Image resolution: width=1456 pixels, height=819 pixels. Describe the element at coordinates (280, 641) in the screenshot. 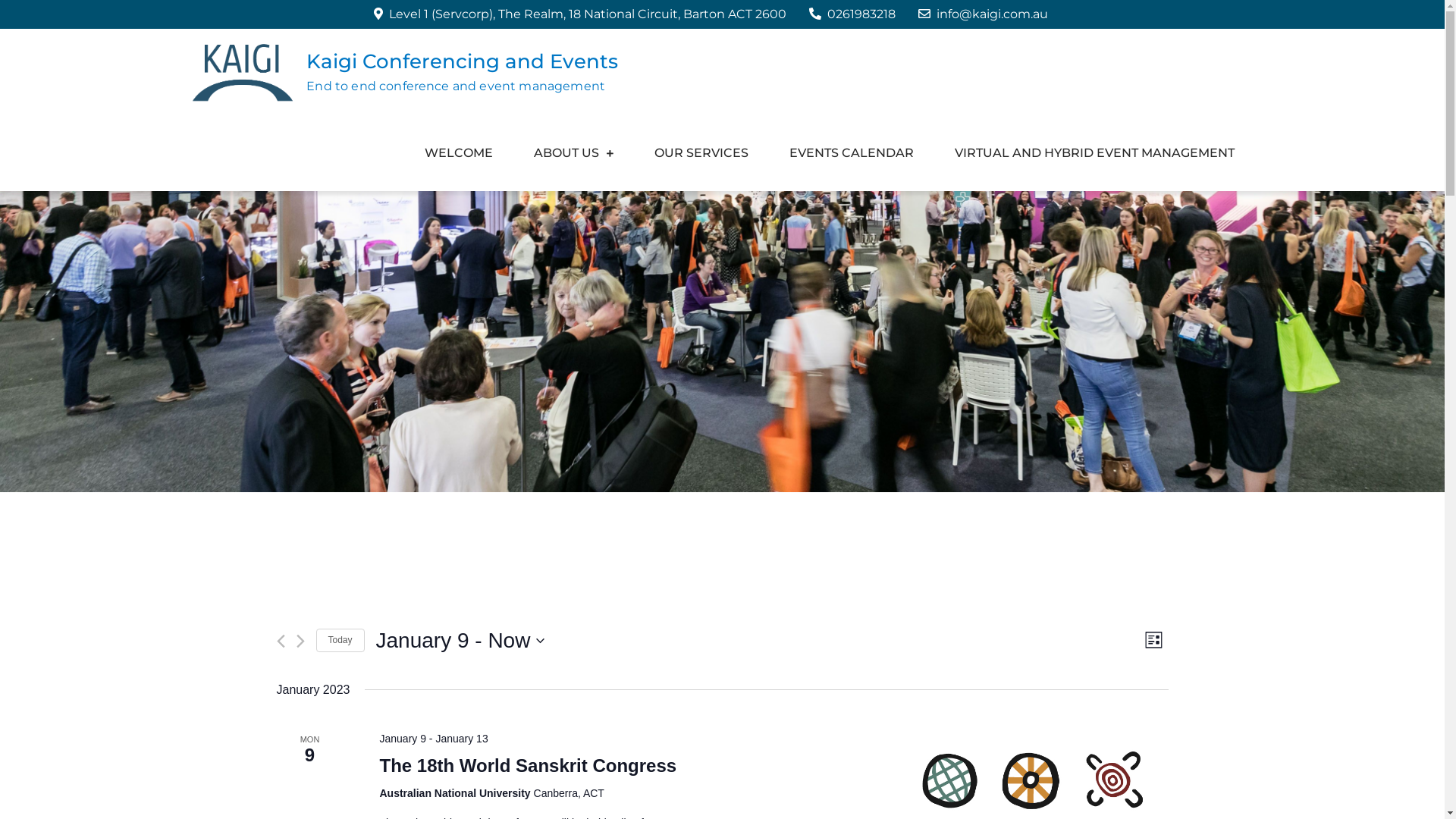

I see `'Previous Events'` at that location.